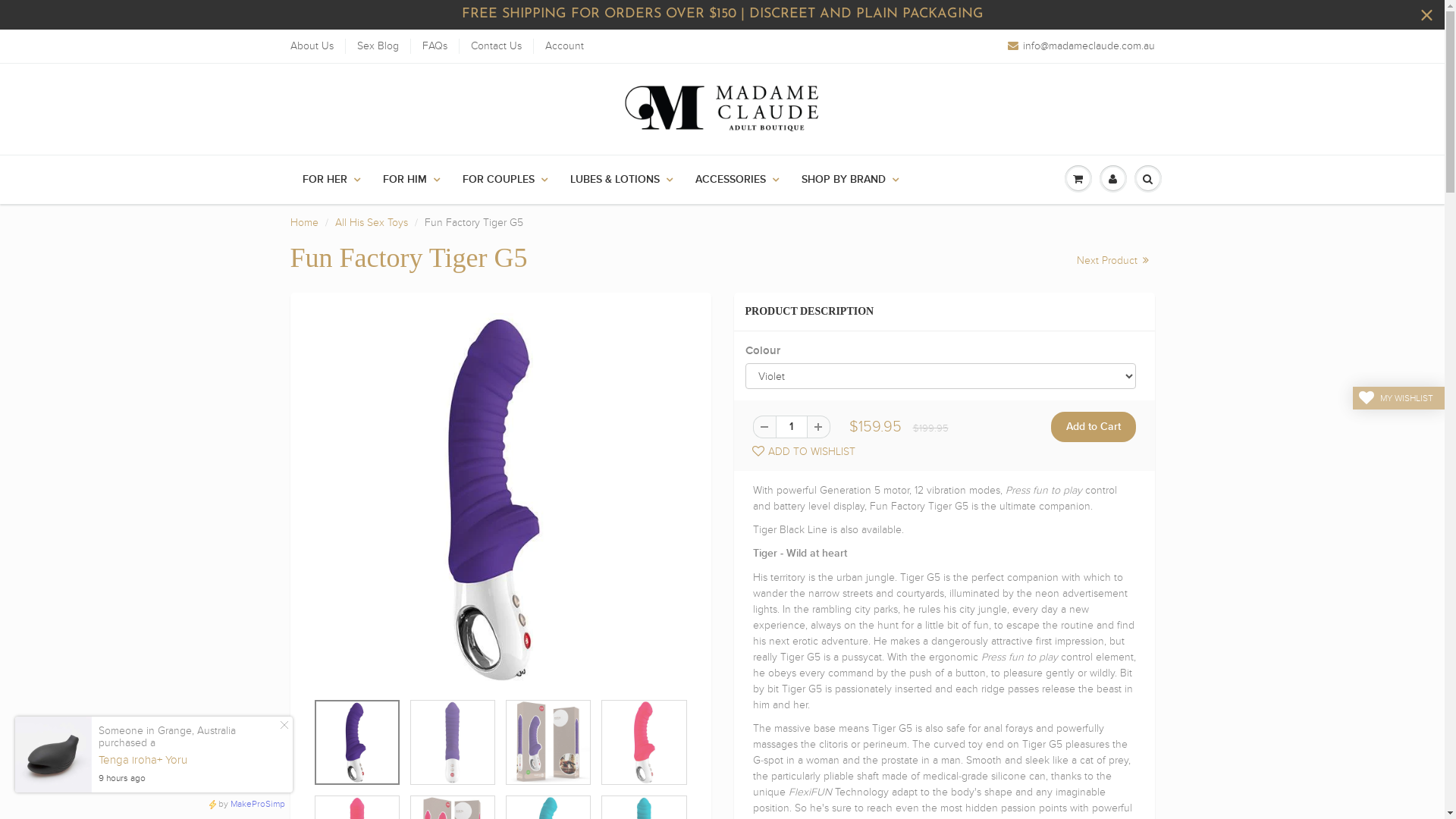 Image resolution: width=1456 pixels, height=819 pixels. What do you see at coordinates (290, 45) in the screenshot?
I see `'About Us'` at bounding box center [290, 45].